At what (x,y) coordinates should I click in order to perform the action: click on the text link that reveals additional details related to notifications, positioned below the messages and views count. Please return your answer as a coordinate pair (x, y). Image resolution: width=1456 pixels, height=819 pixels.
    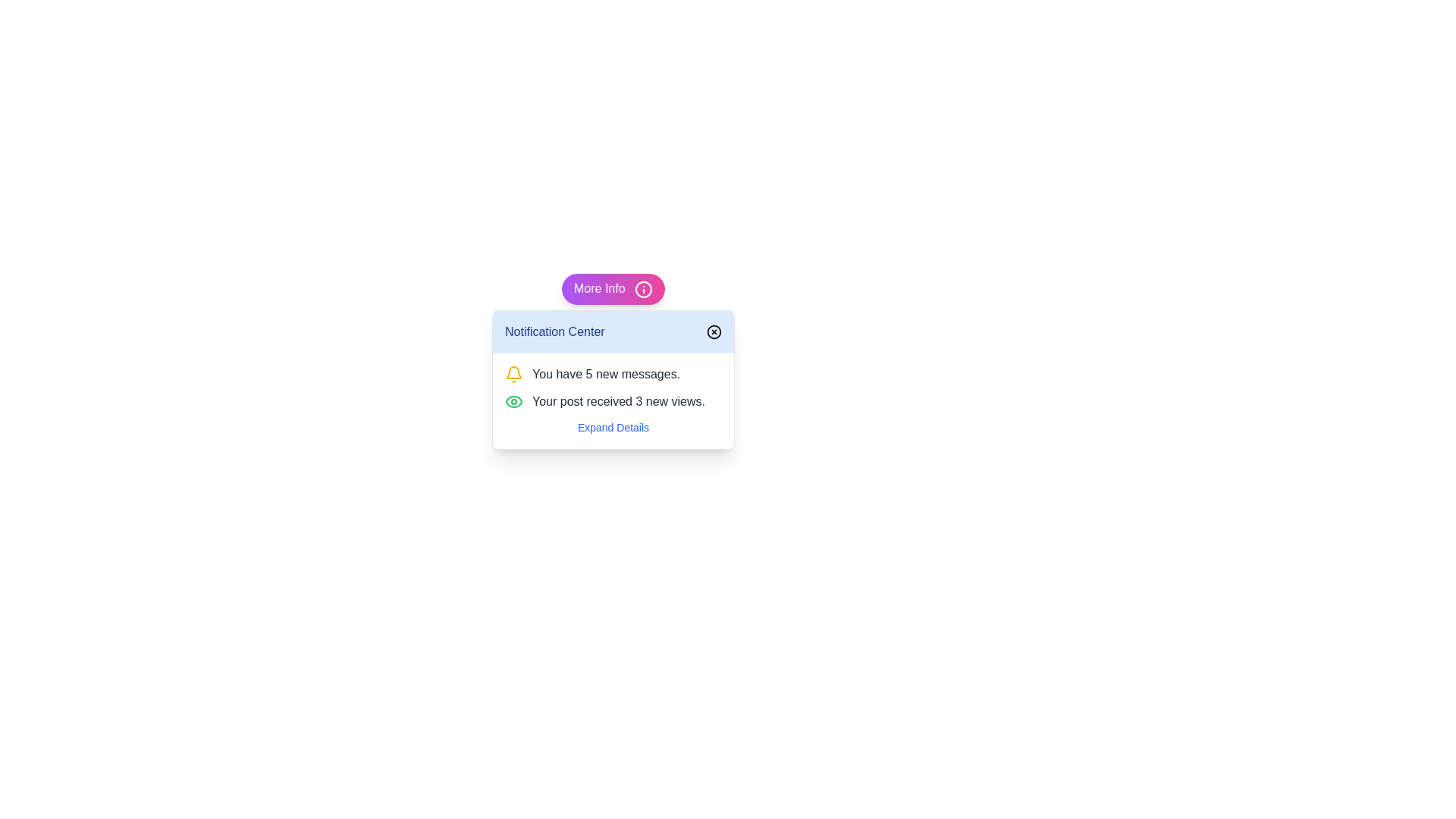
    Looking at the image, I should click on (613, 427).